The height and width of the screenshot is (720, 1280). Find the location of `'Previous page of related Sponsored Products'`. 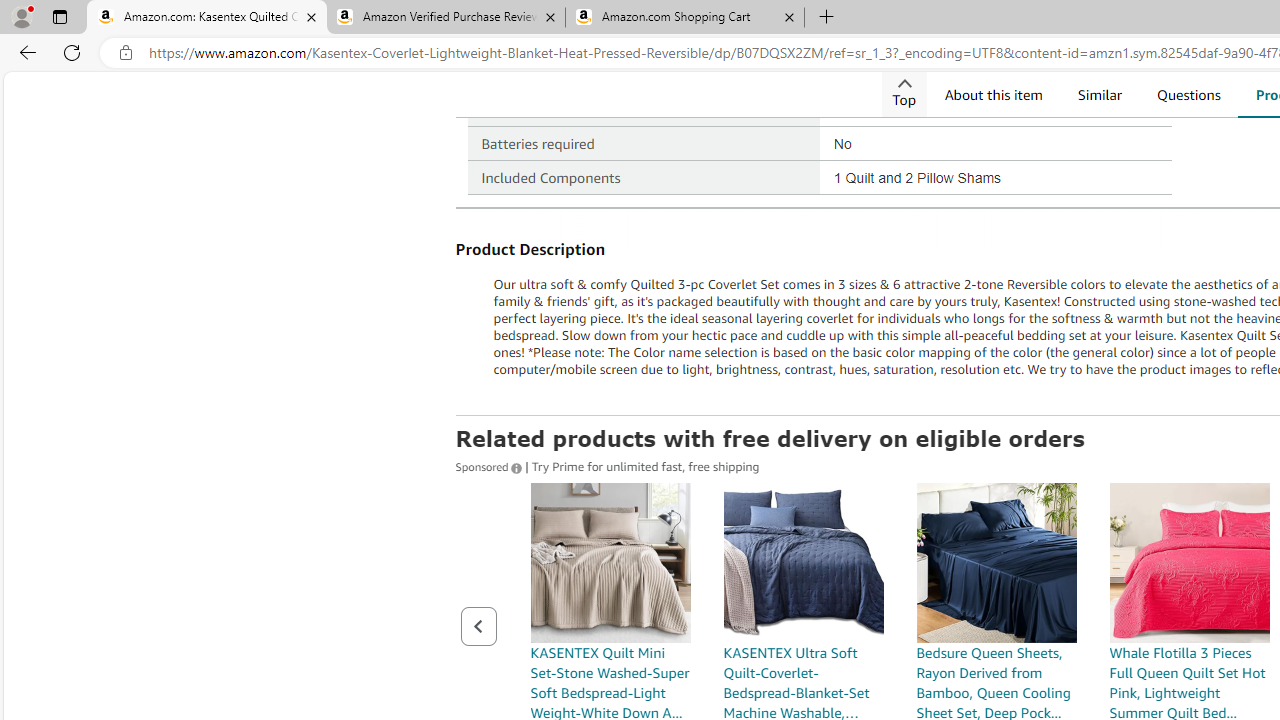

'Previous page of related Sponsored Products' is located at coordinates (477, 625).